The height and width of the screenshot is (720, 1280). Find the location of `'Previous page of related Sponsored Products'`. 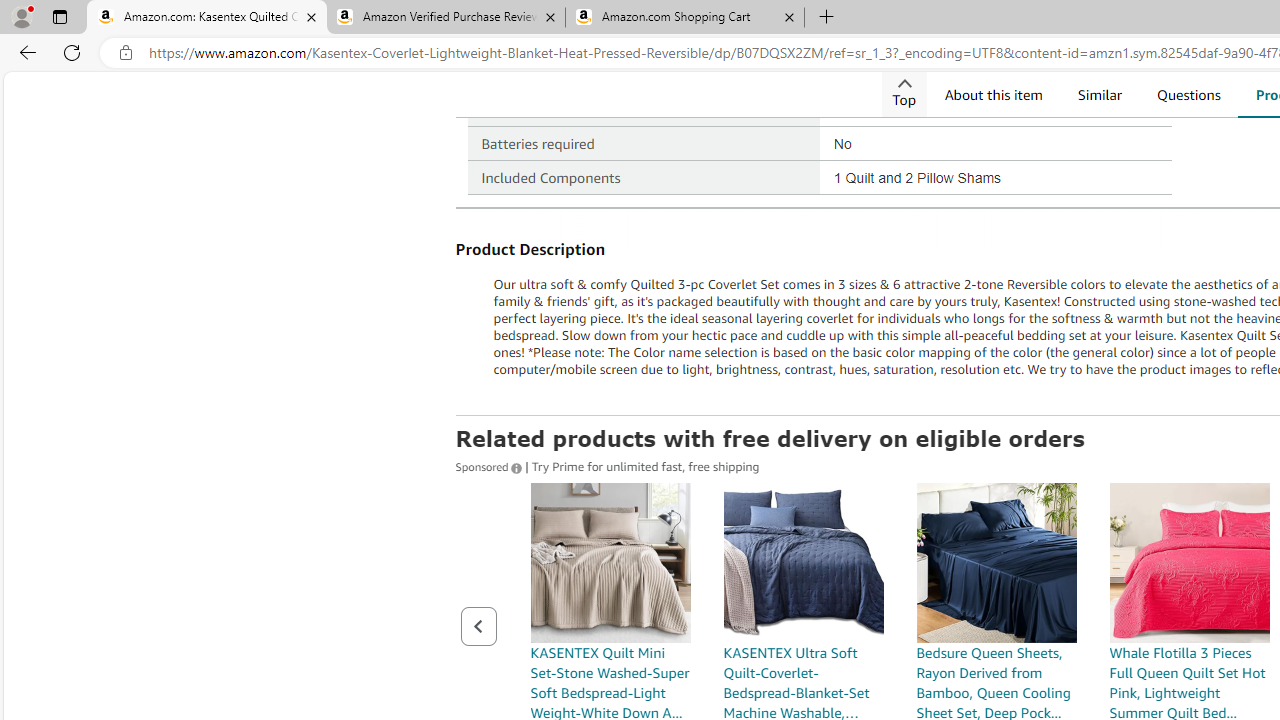

'Previous page of related Sponsored Products' is located at coordinates (477, 625).